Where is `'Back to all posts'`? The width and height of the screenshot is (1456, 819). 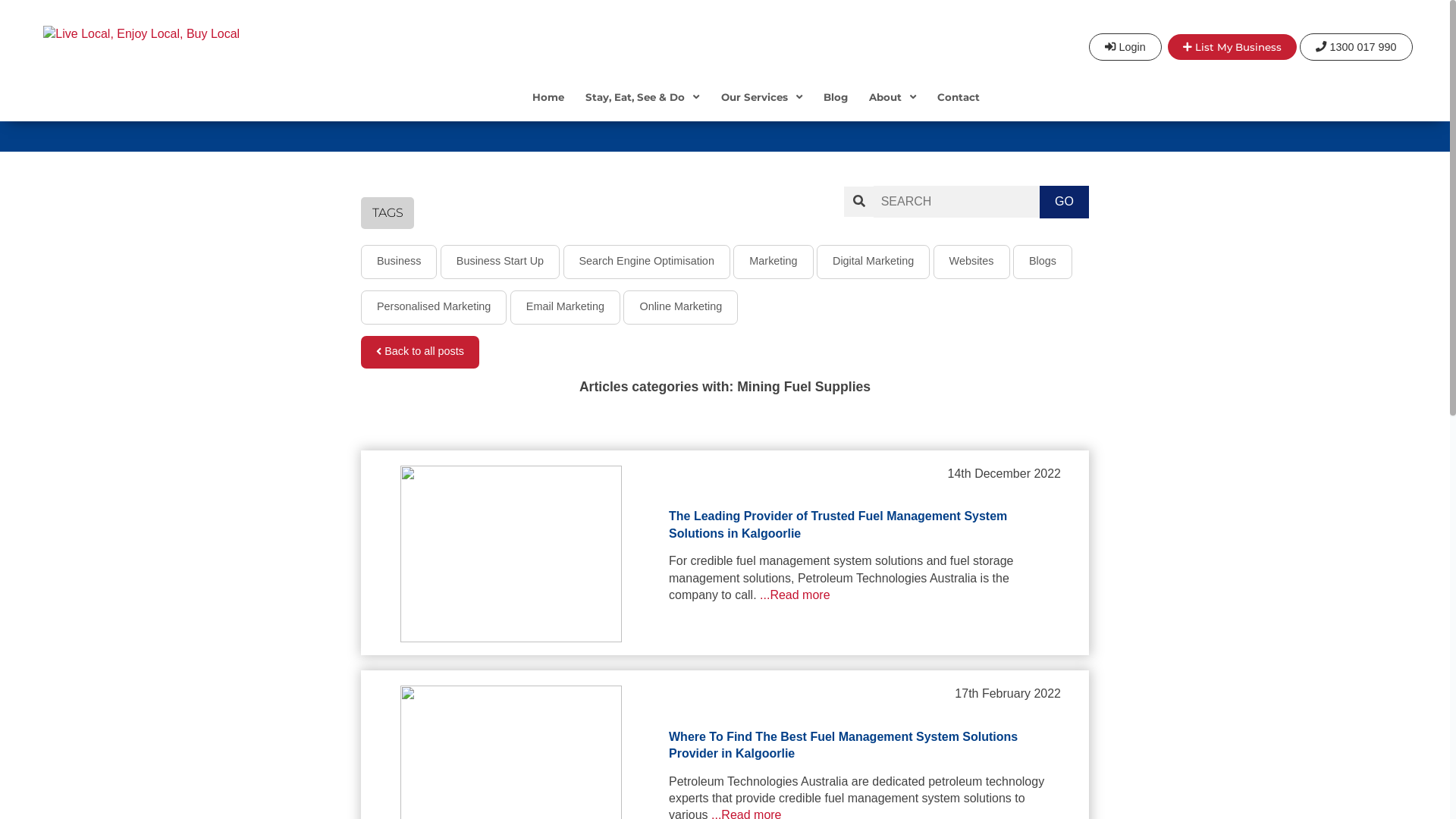
'Back to all posts' is located at coordinates (359, 352).